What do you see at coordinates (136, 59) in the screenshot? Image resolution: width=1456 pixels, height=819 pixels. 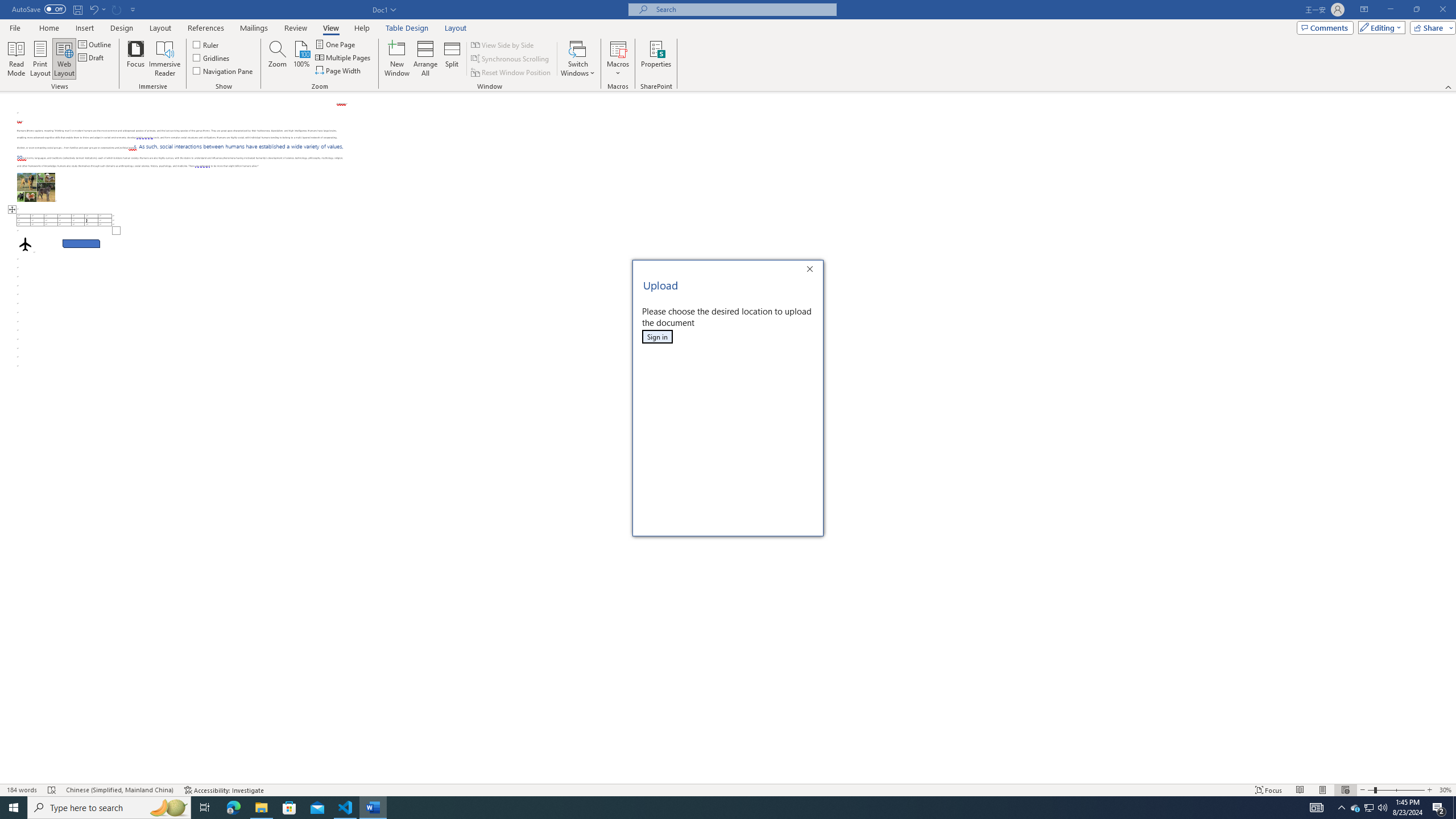 I see `'Focus'` at bounding box center [136, 59].